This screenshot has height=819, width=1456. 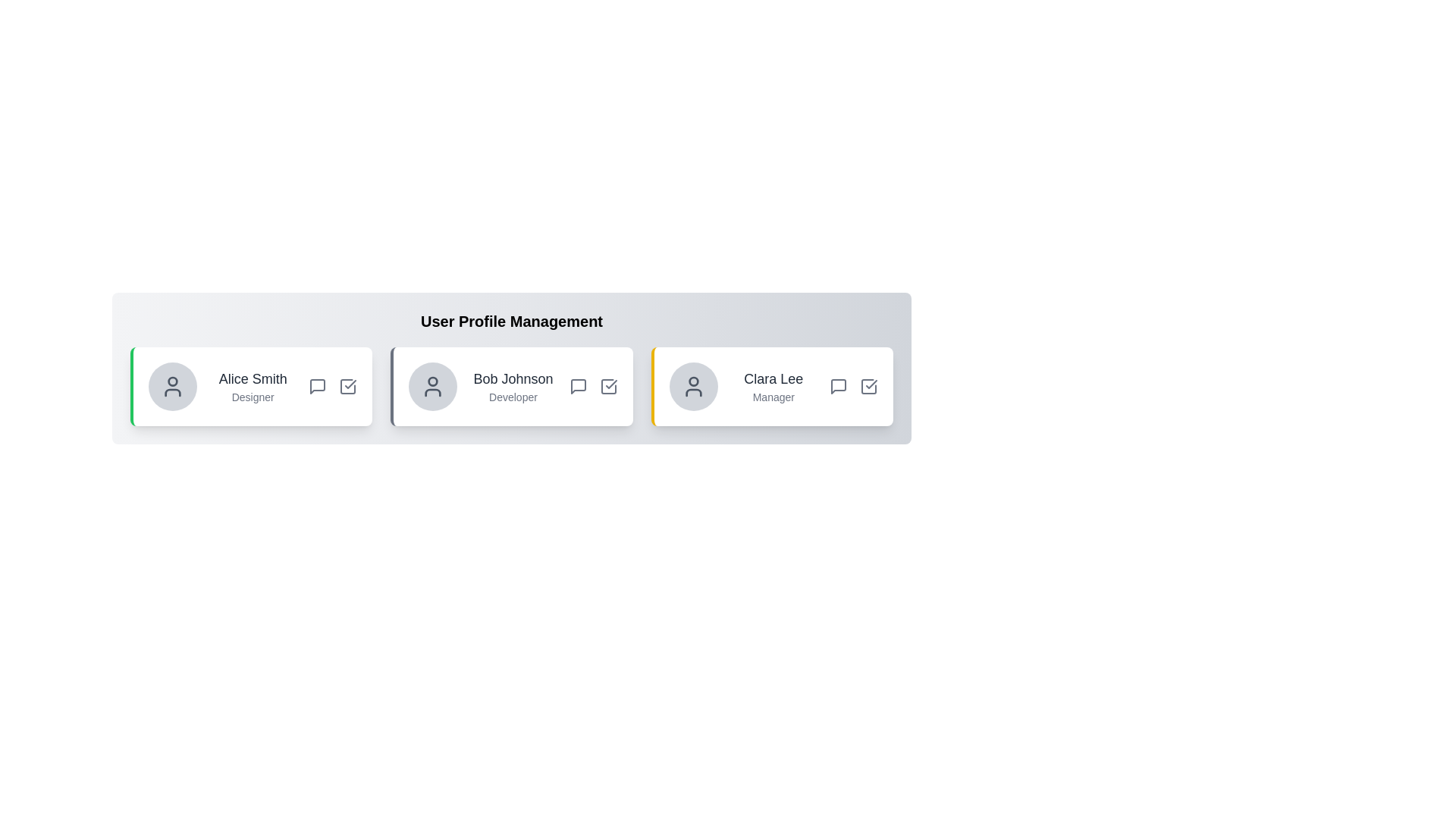 I want to click on the user profile icon representing 'Clara Lee', which is located in the top rounded area of the rightmost card in a three-card layout, so click(x=692, y=385).